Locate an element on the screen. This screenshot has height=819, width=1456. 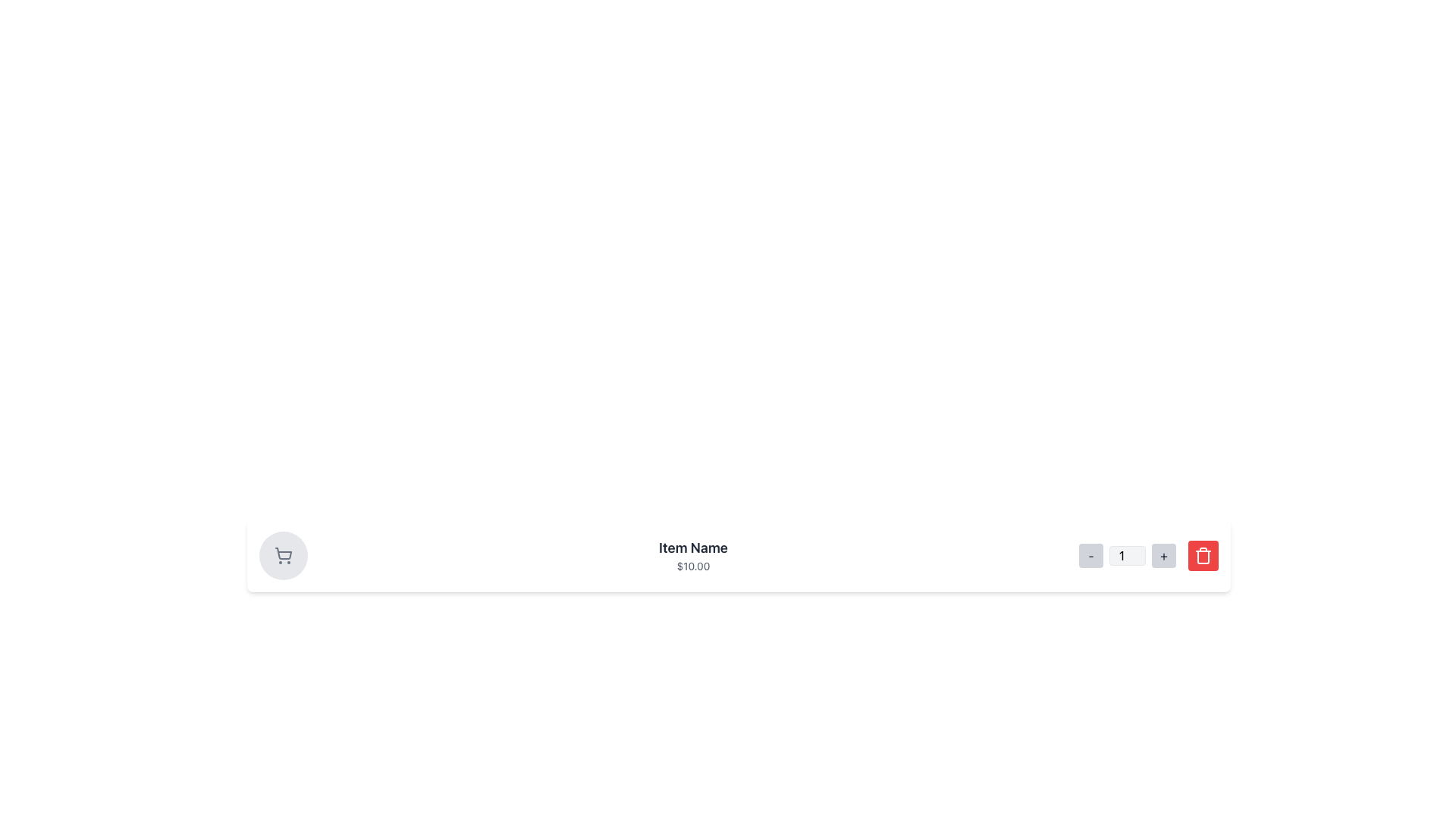
the delete button located on the far-right of the horizontal layout, next to the '+' button is located at coordinates (1203, 555).